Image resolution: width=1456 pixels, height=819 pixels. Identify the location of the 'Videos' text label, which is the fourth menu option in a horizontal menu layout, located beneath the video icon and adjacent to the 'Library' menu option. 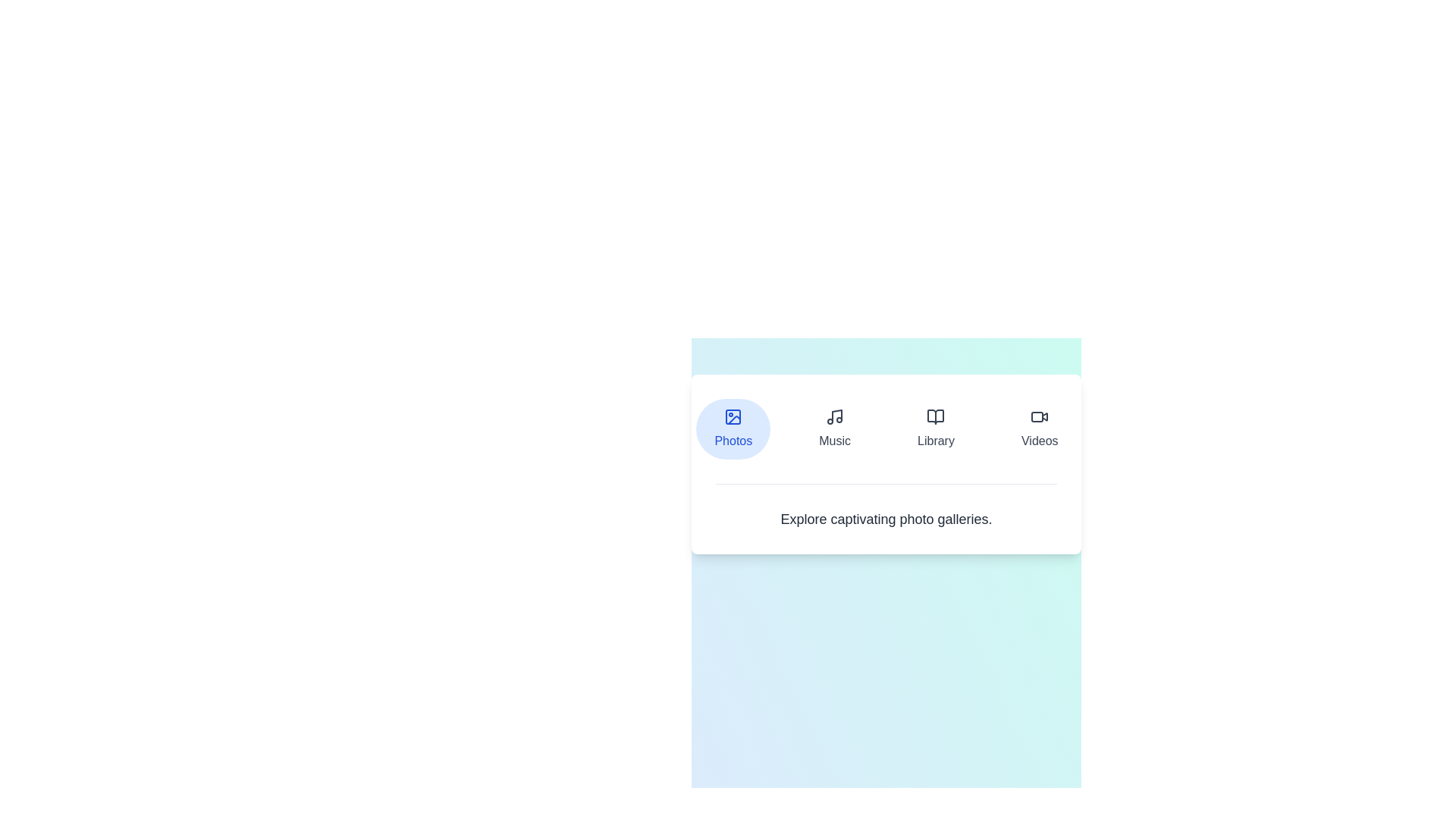
(1039, 441).